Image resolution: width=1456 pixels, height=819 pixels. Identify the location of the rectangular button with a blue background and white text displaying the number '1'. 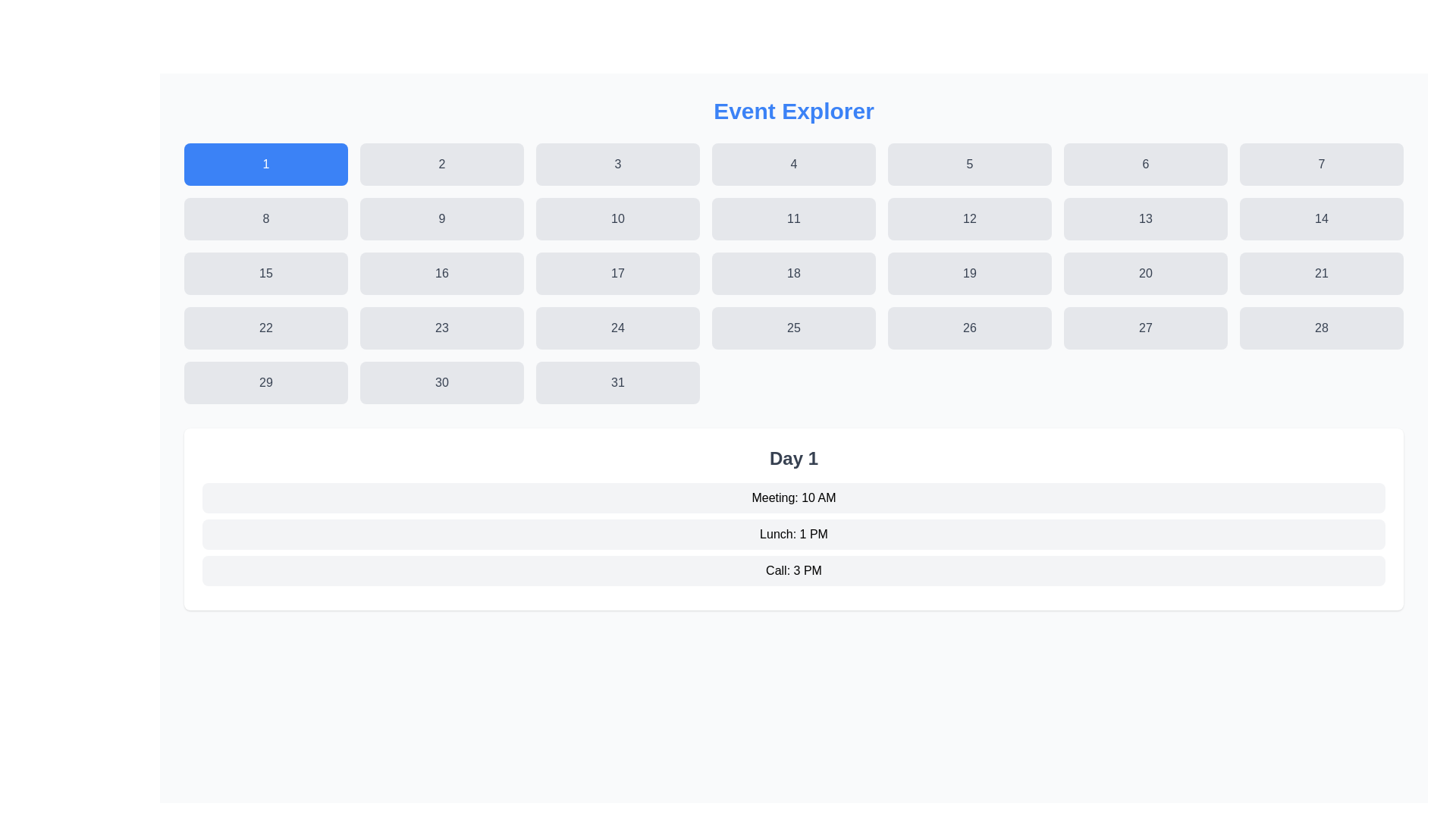
(265, 164).